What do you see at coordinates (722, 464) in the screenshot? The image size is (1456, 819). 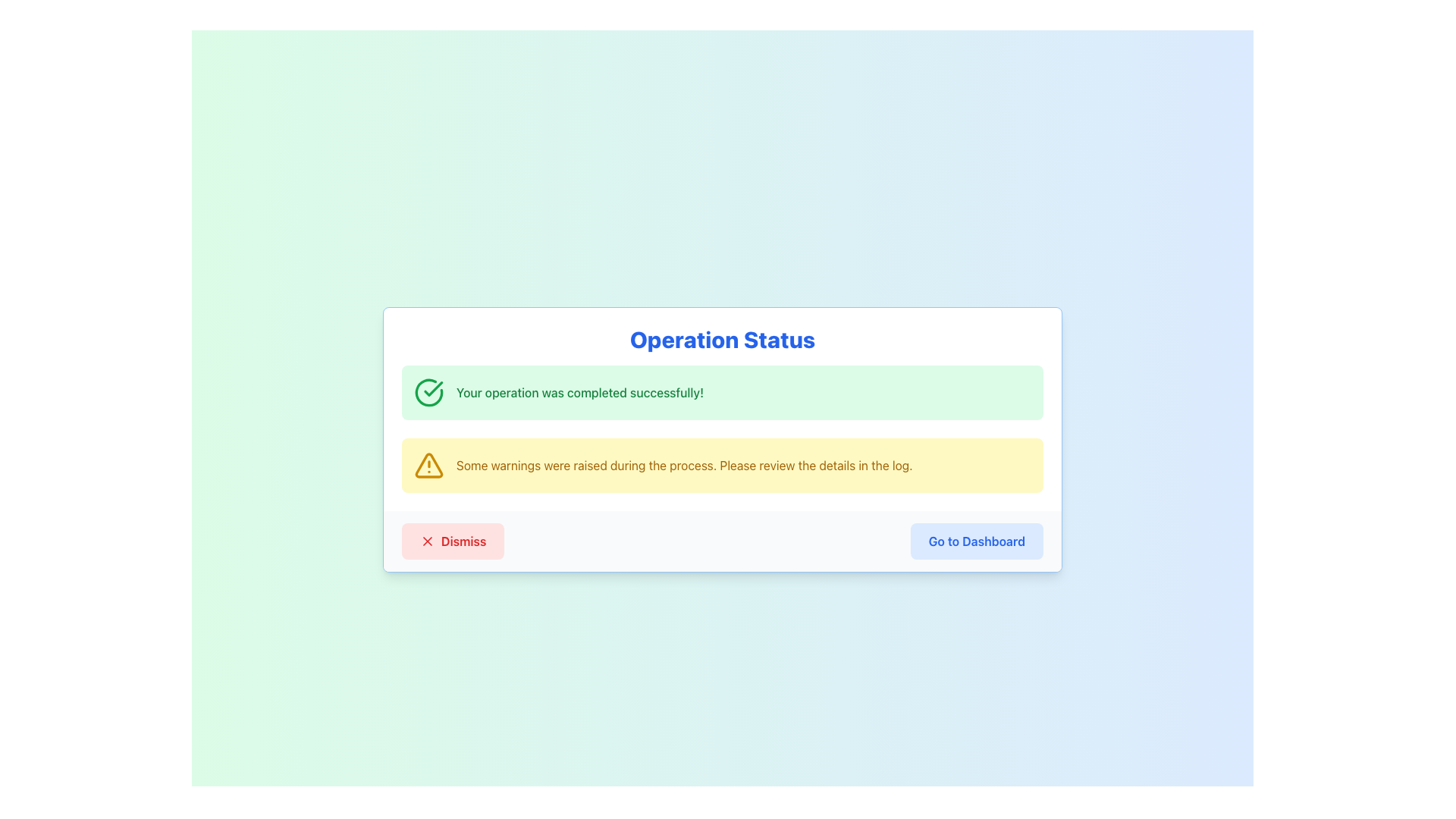 I see `the notification box with a yellow background that contains a warning icon and a message about raised warnings` at bounding box center [722, 464].